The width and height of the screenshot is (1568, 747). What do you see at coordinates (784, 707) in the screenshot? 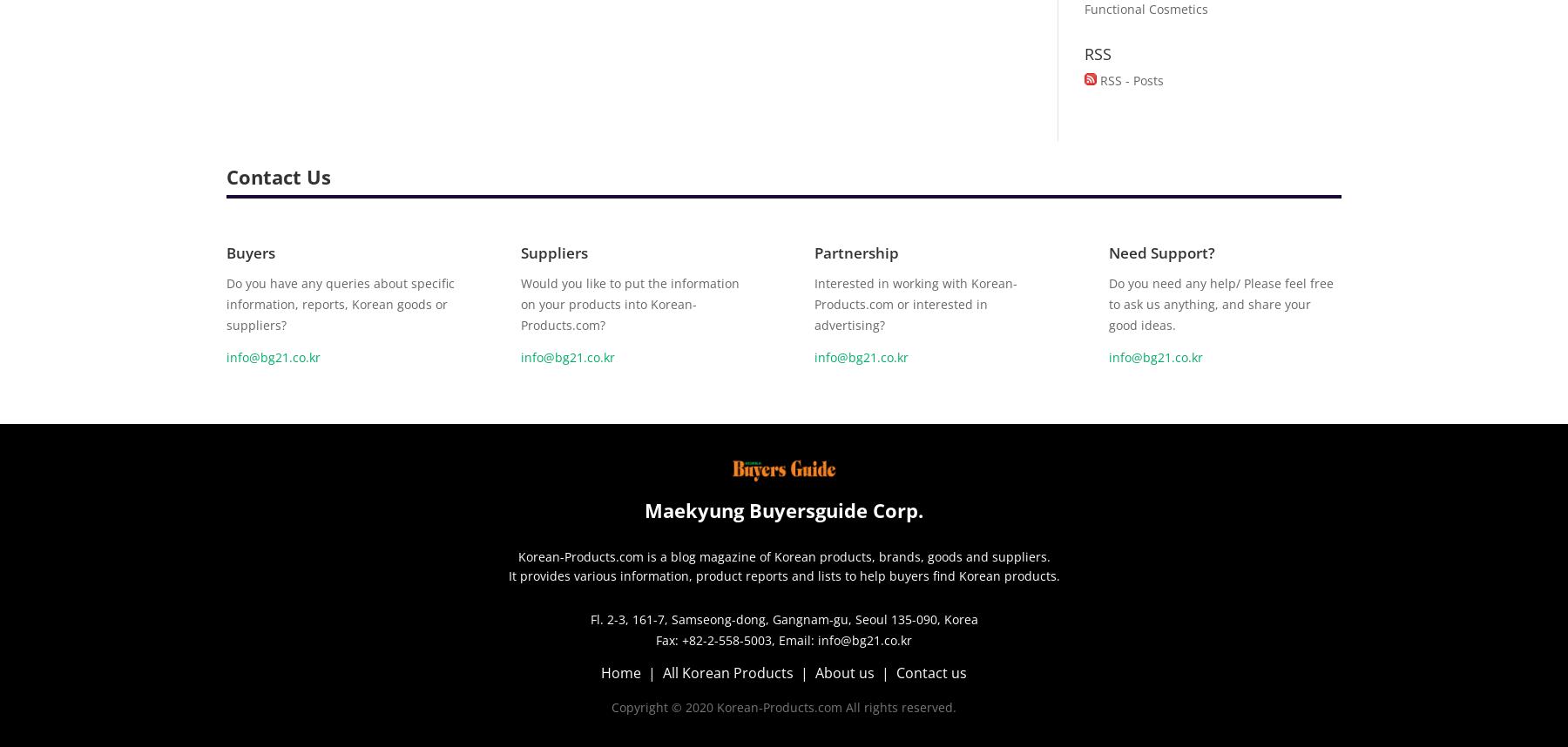
I see `'Copyright © 2020 Korean-Products.com All rights reserved.'` at bounding box center [784, 707].